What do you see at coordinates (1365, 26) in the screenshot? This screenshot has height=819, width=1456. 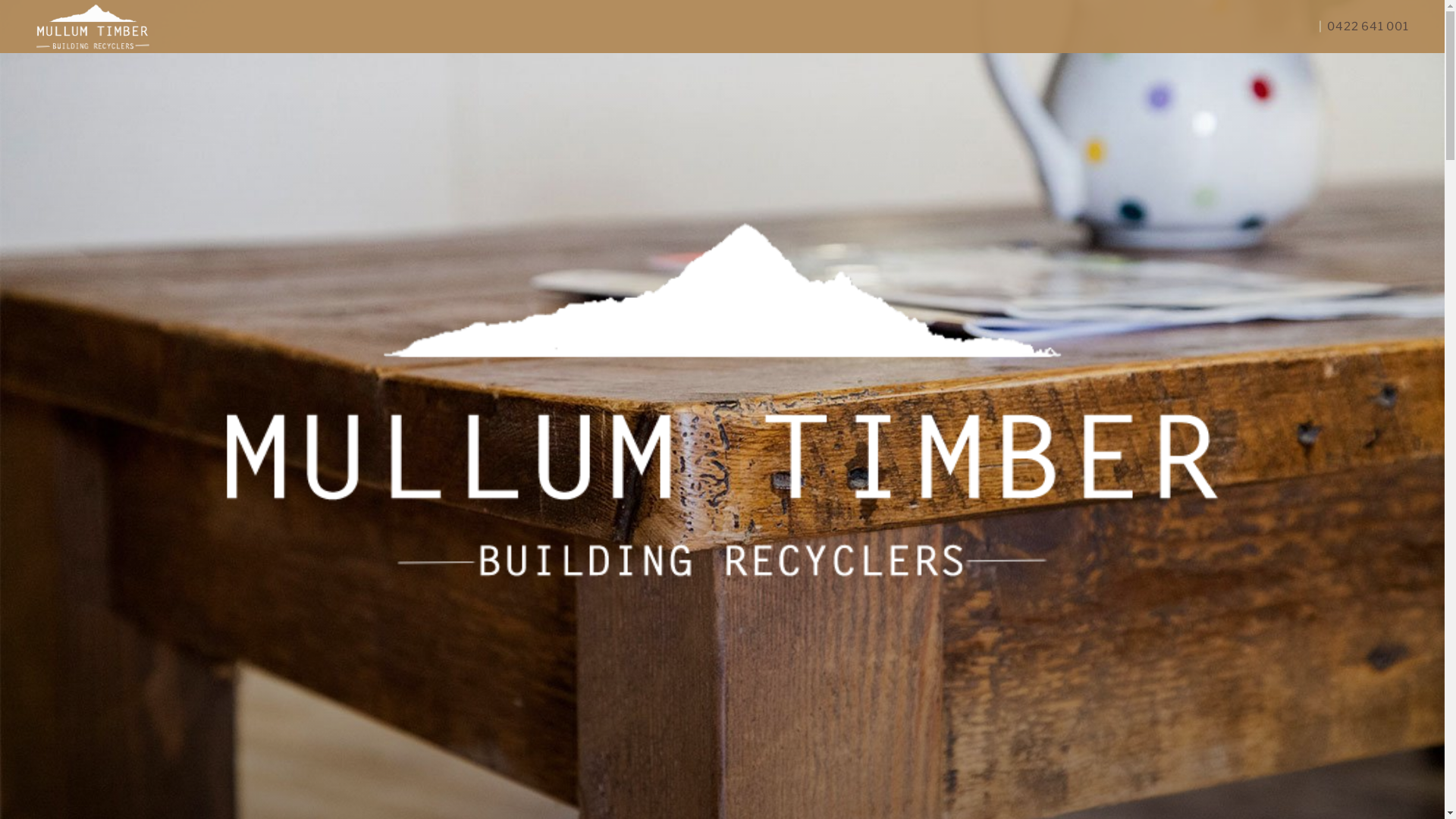 I see `'0422 641 001'` at bounding box center [1365, 26].